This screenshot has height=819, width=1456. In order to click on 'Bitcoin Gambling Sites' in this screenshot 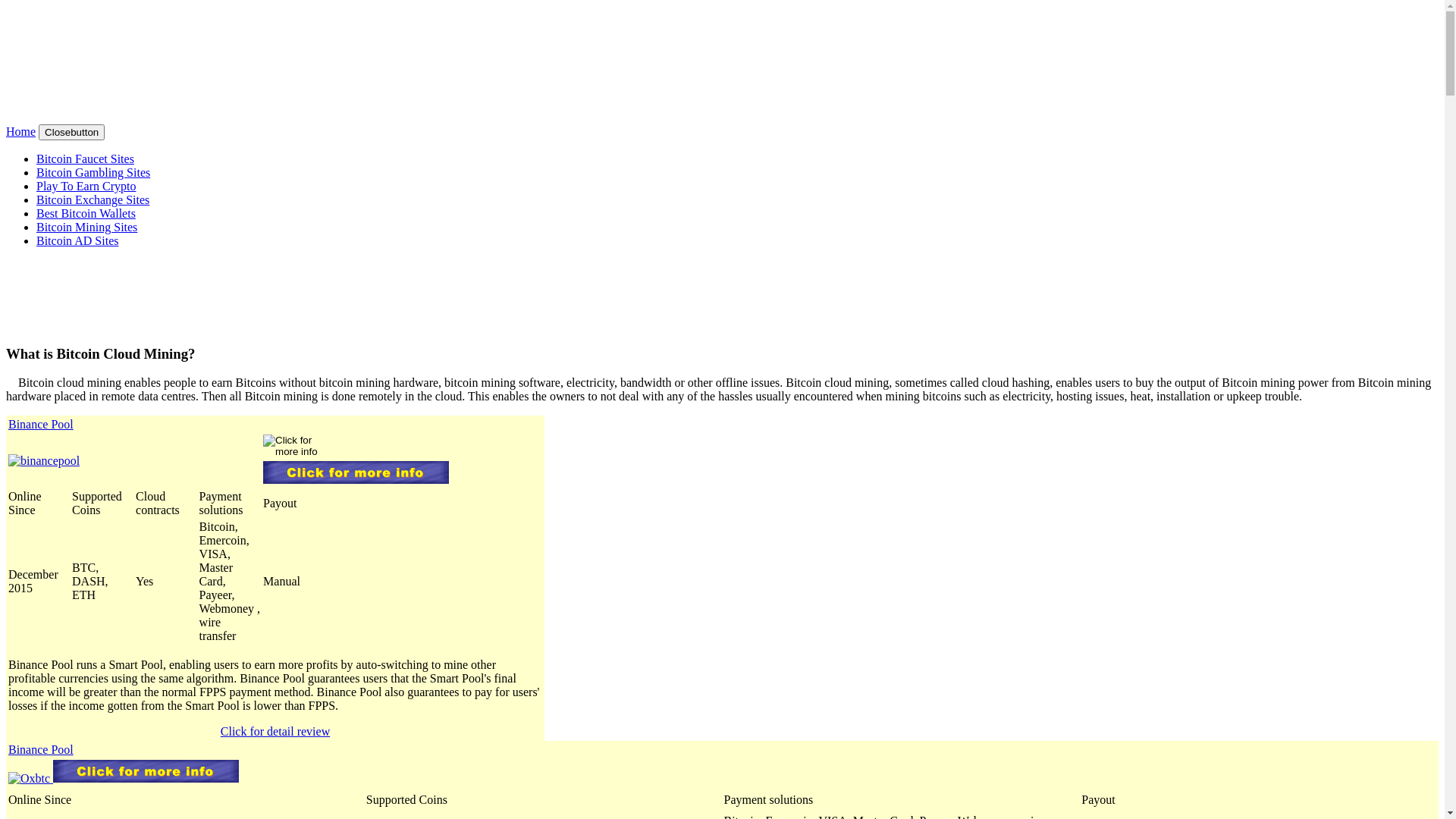, I will do `click(93, 171)`.